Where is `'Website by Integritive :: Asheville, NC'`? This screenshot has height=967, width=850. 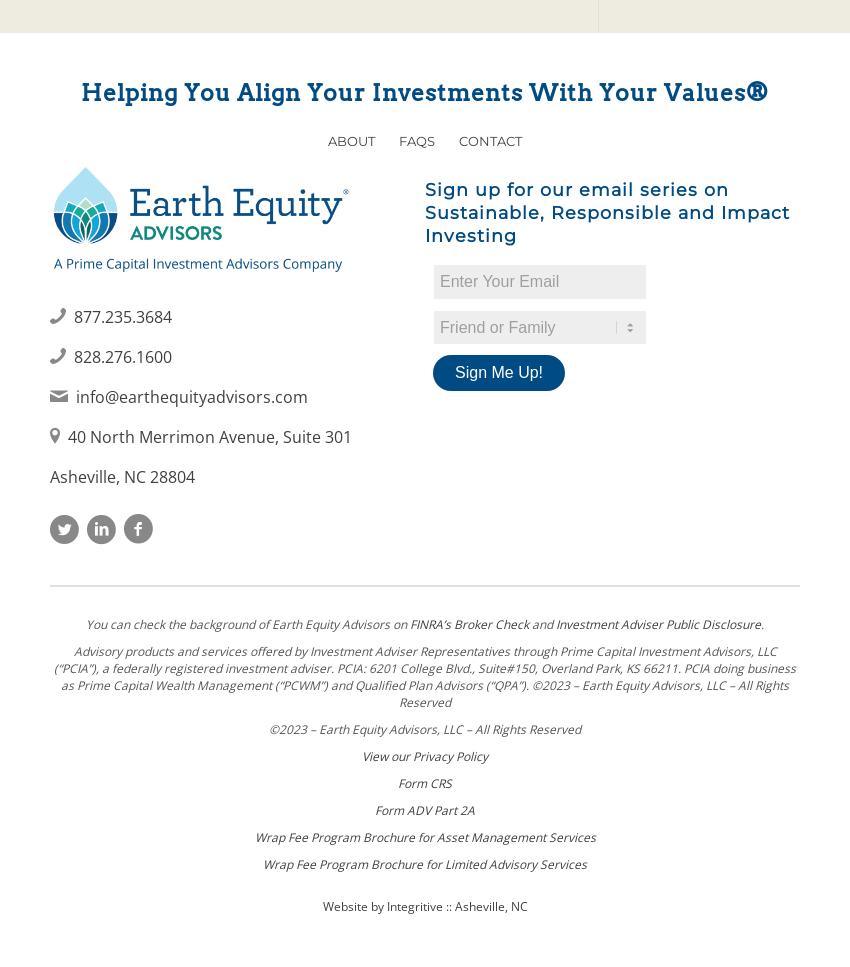
'Website by Integritive :: Asheville, NC' is located at coordinates (424, 905).